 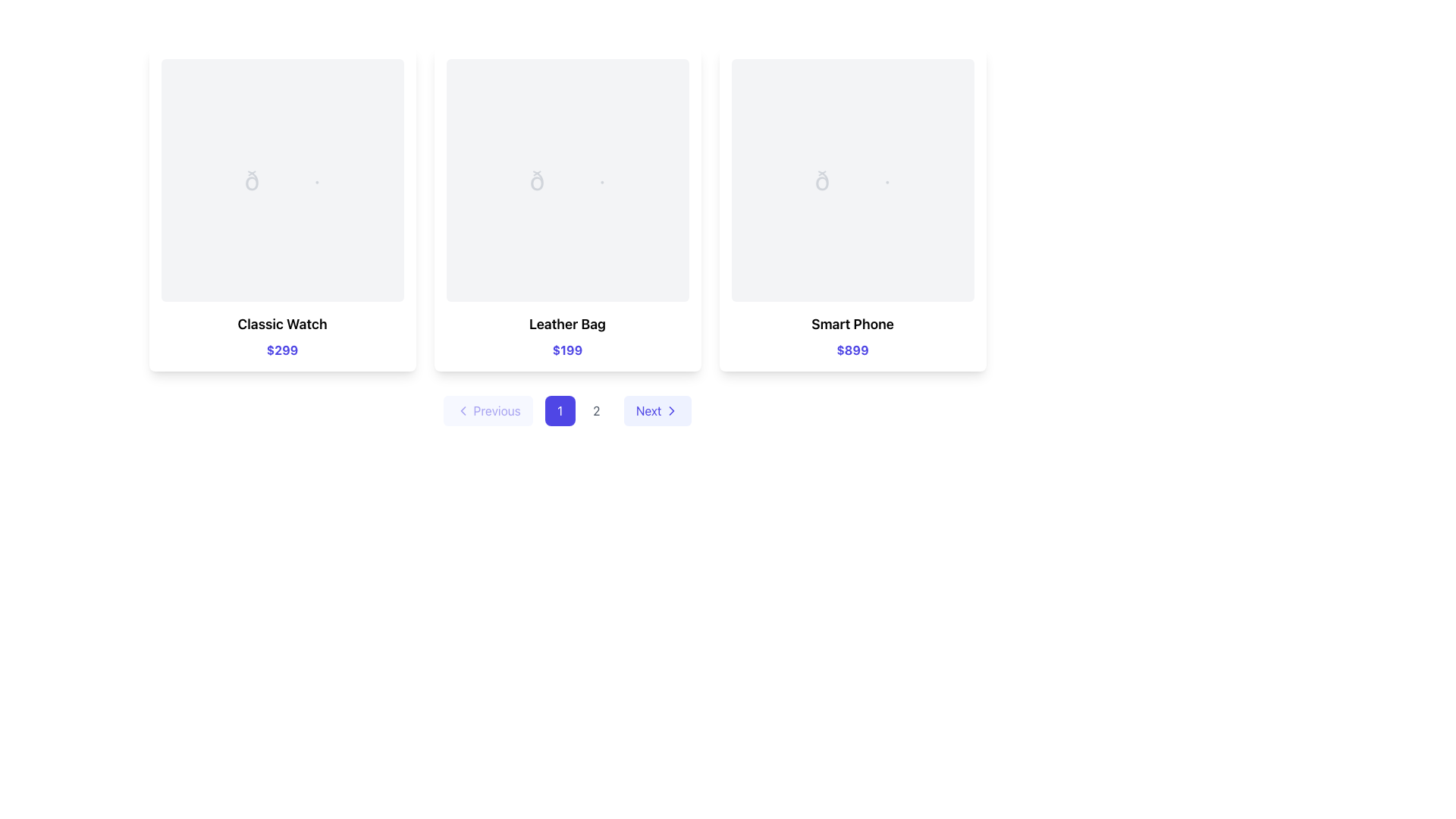 What do you see at coordinates (282, 324) in the screenshot?
I see `text label located centrally at the bottom of the product card, positioned above the price '$299' and below the image placeholder, for product identification` at bounding box center [282, 324].